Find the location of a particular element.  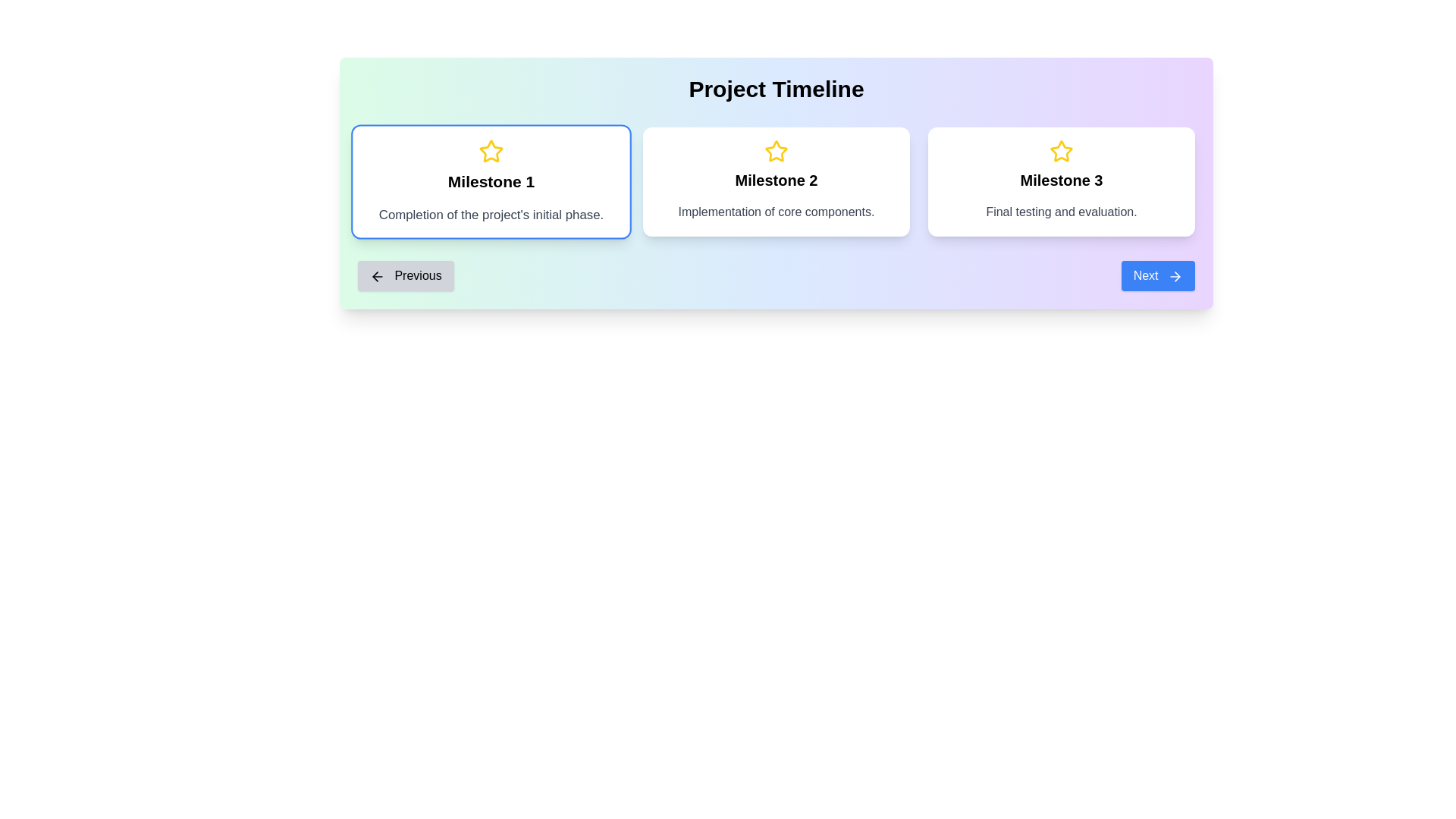

the Informative card titled 'Milestone 3', which is a rectangular card with rounded corners and a shadow effect, located at the far right of the three milestone cards is located at coordinates (1061, 180).